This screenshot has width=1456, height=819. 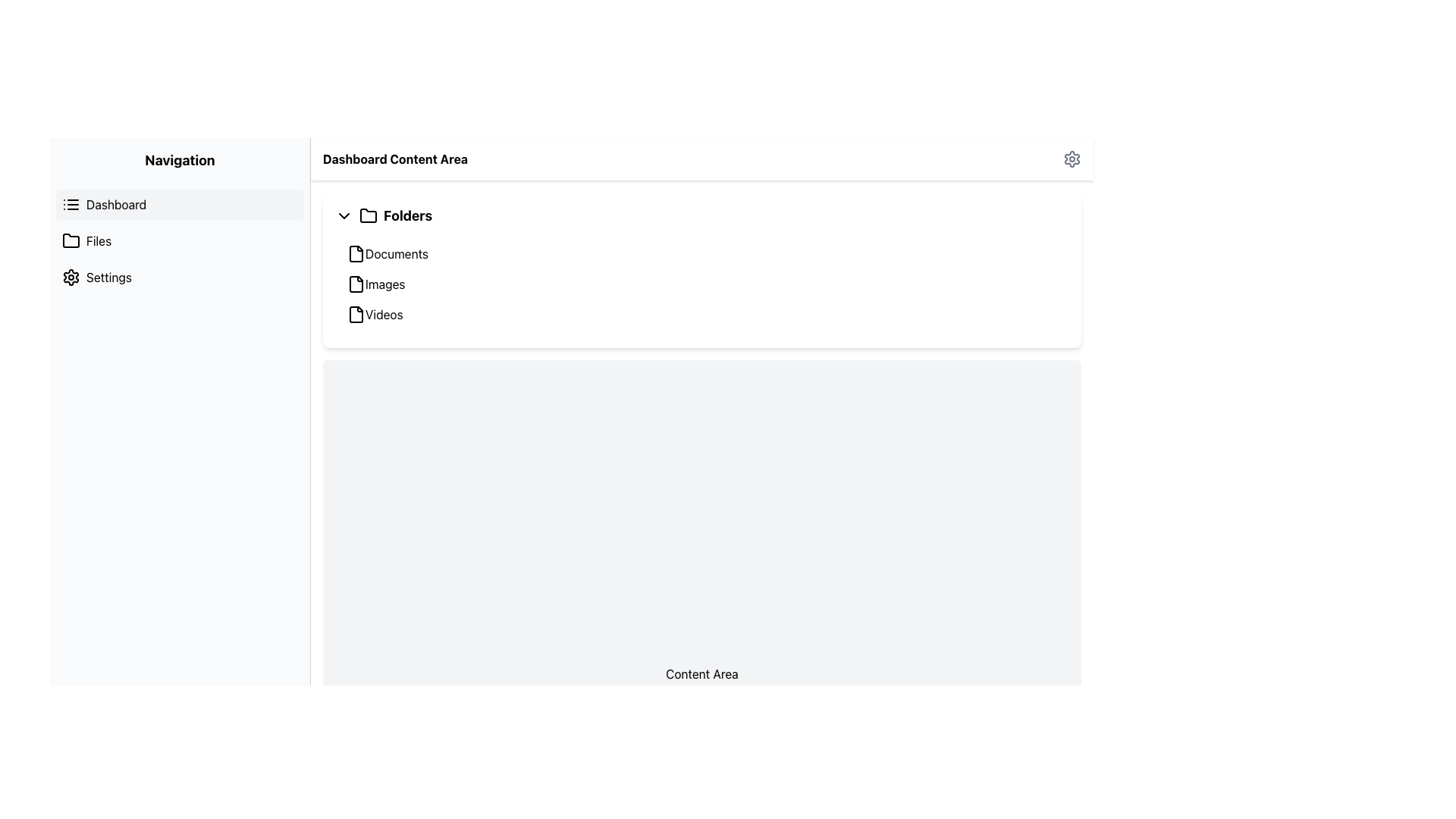 What do you see at coordinates (397, 253) in the screenshot?
I see `the 'Documents' text label` at bounding box center [397, 253].